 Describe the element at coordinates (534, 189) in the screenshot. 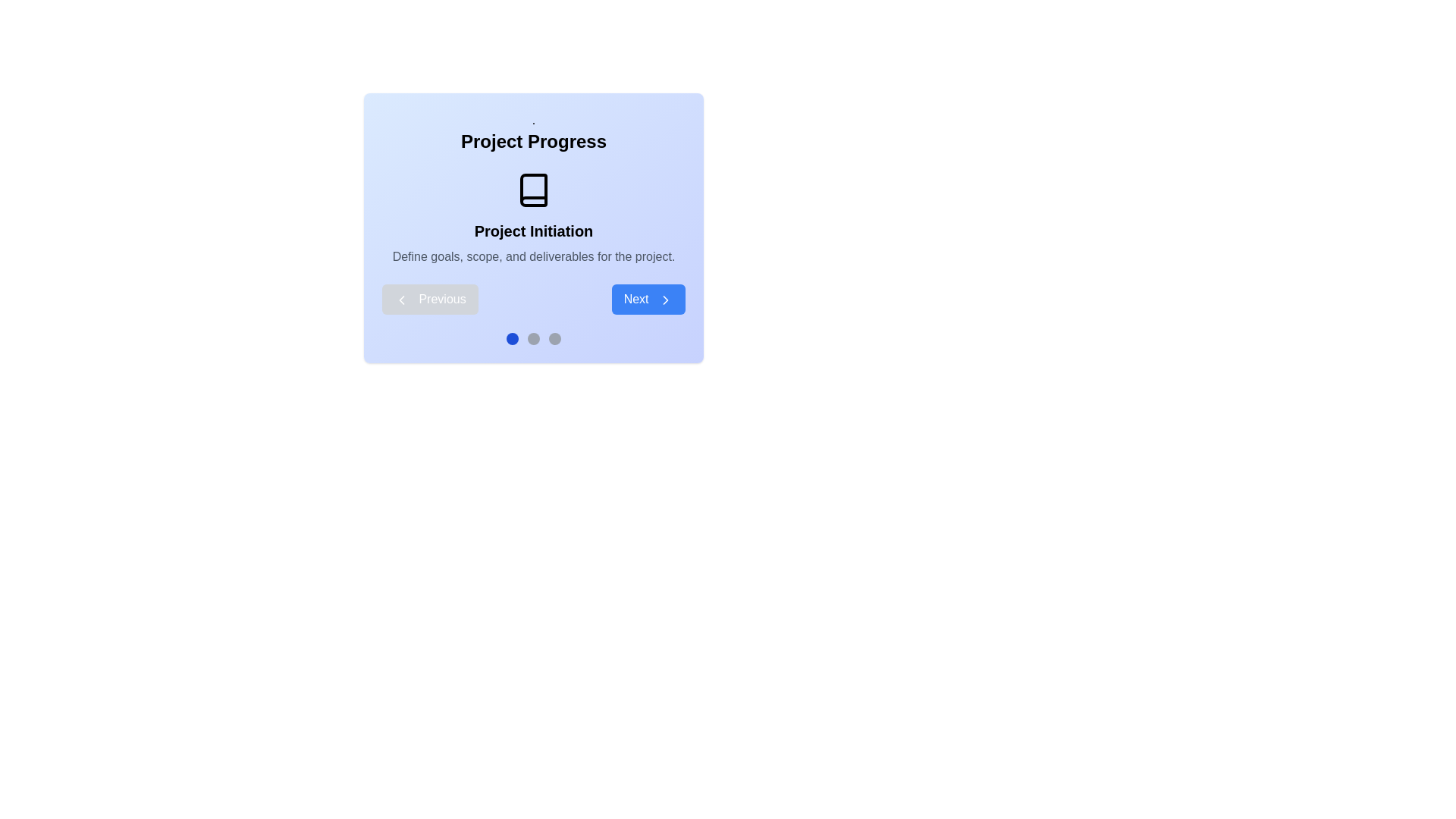

I see `the book icon, which is centrally positioned above the text 'Project Initiation' and below 'Project Progress', featuring a minimalistic design with rounded edges and a dark outline against a light blue background` at that location.